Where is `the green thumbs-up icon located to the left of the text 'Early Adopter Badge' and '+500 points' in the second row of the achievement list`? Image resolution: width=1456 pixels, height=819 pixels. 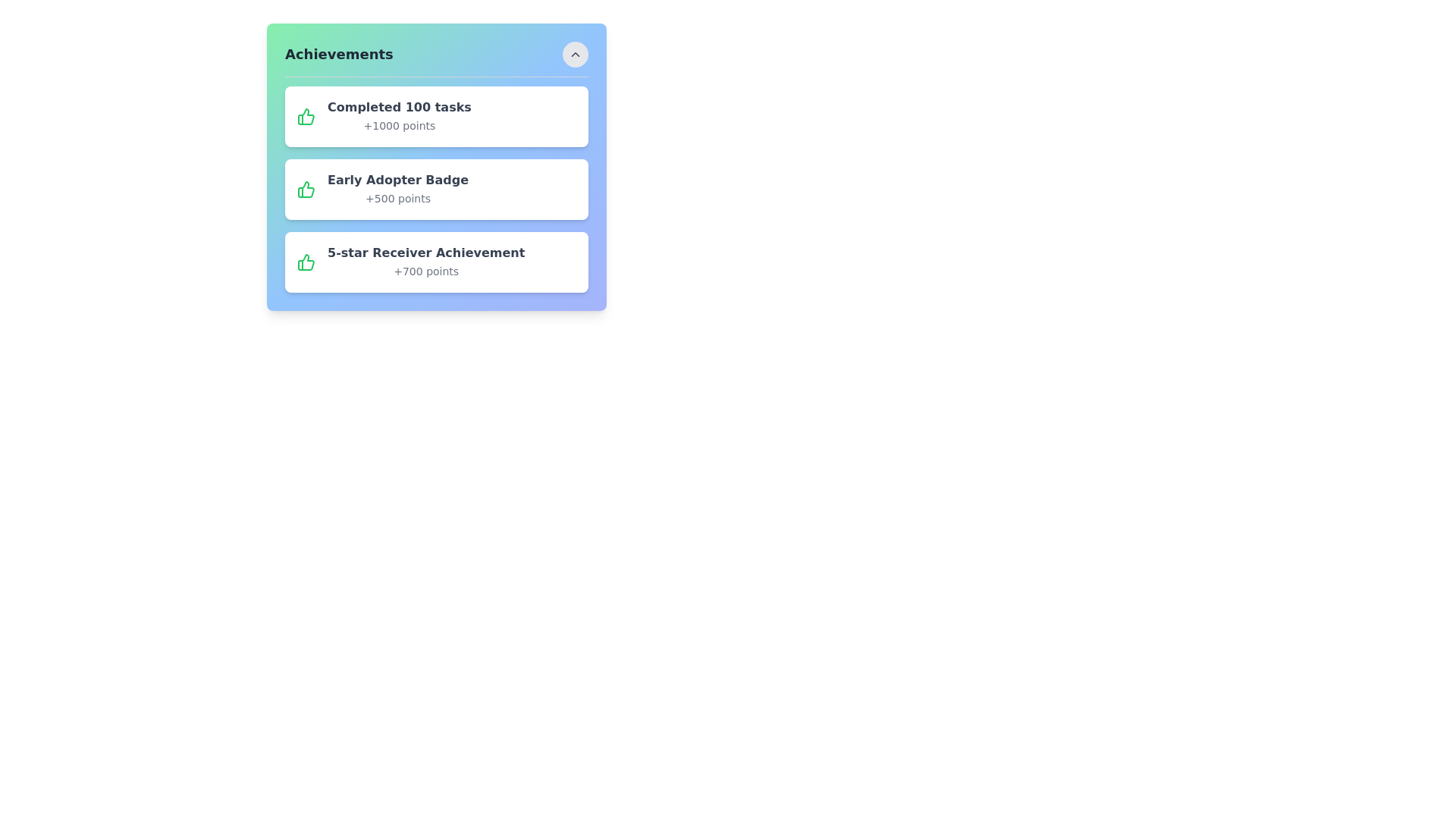
the green thumbs-up icon located to the left of the text 'Early Adopter Badge' and '+500 points' in the second row of the achievement list is located at coordinates (305, 189).